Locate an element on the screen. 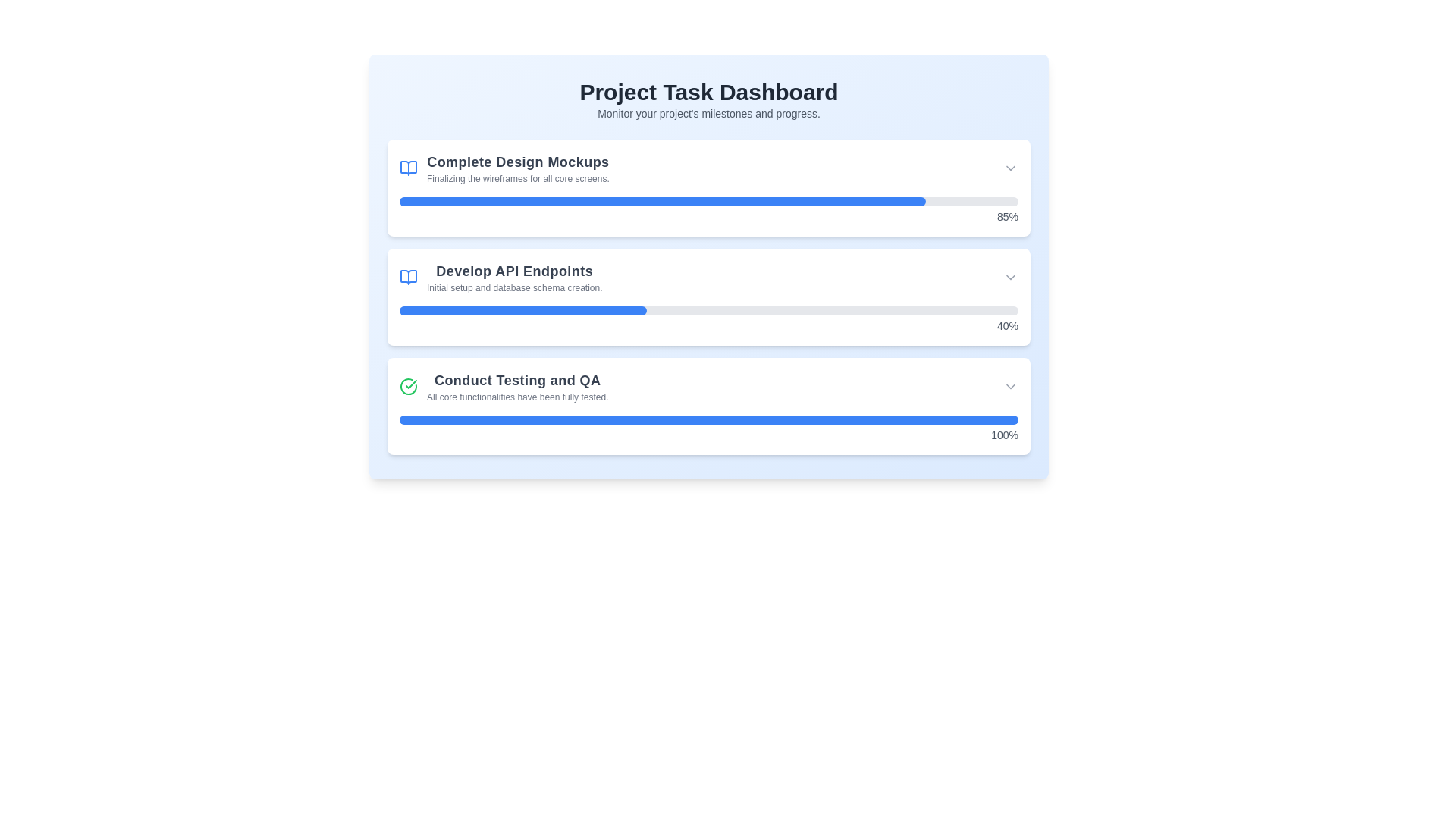 This screenshot has height=819, width=1456. the text '85%' on the progress indicator is located at coordinates (708, 210).